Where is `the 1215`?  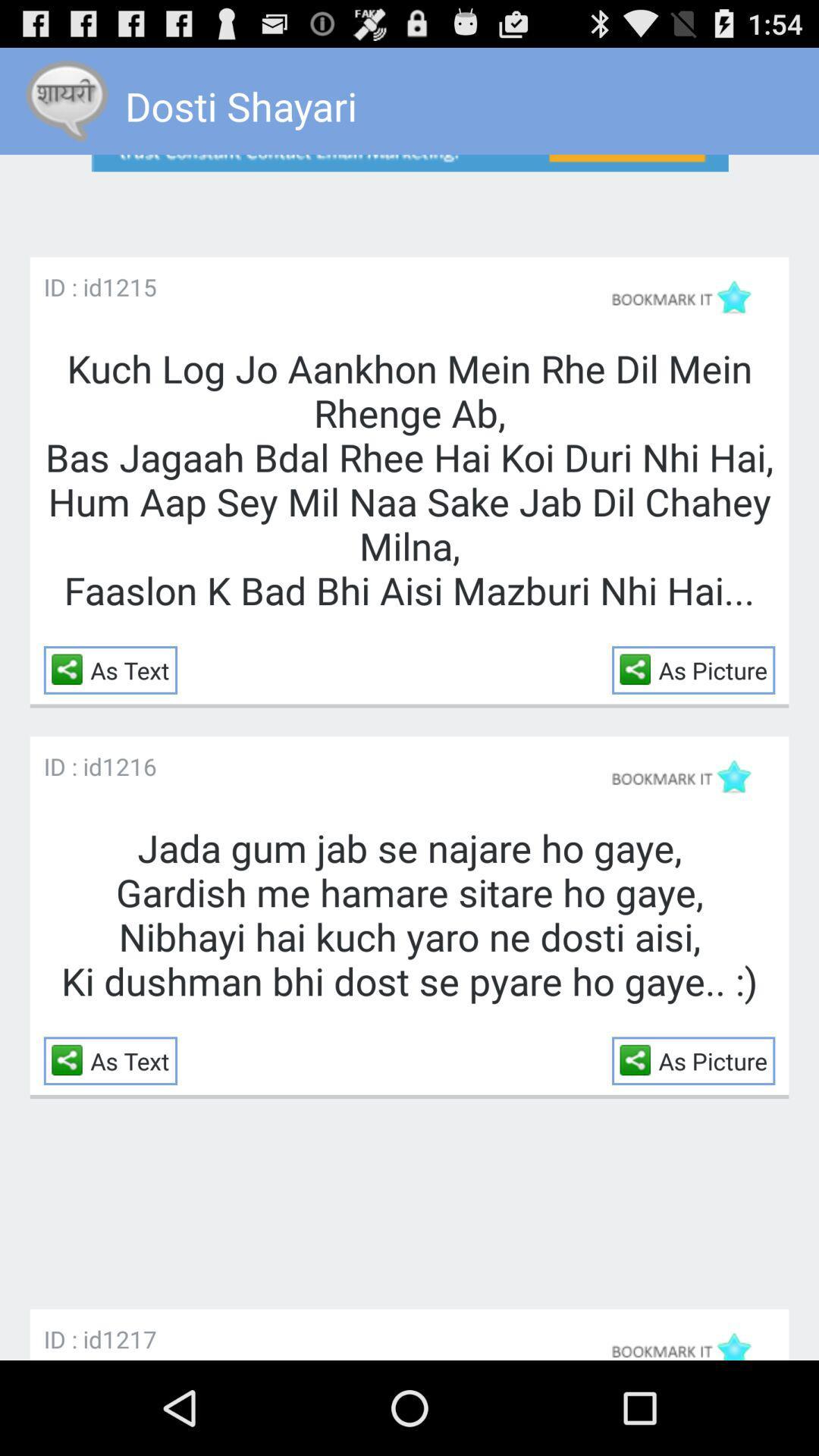
the 1215 is located at coordinates (128, 287).